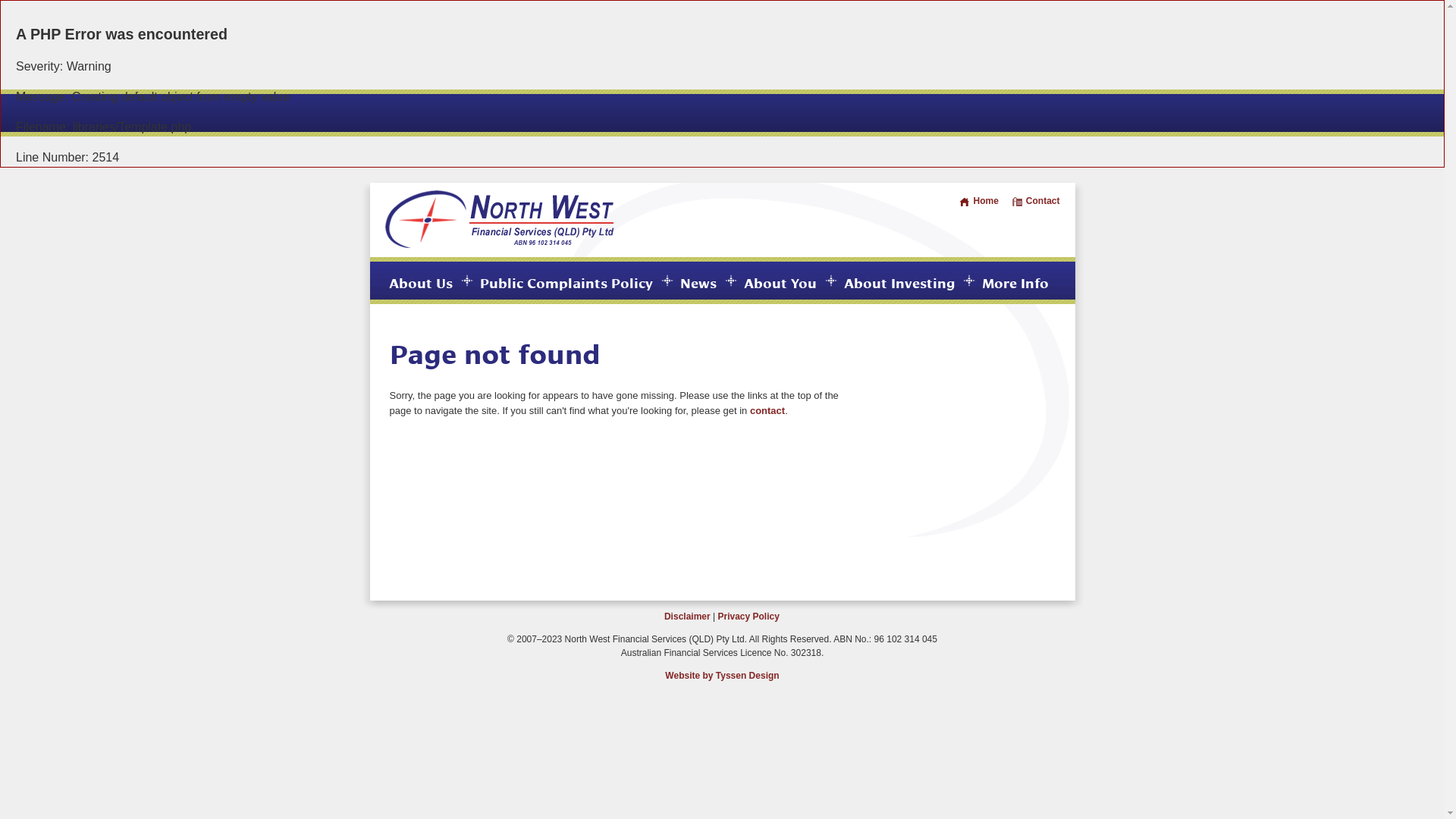 The image size is (1456, 819). I want to click on 'Privacy Policy', so click(748, 617).